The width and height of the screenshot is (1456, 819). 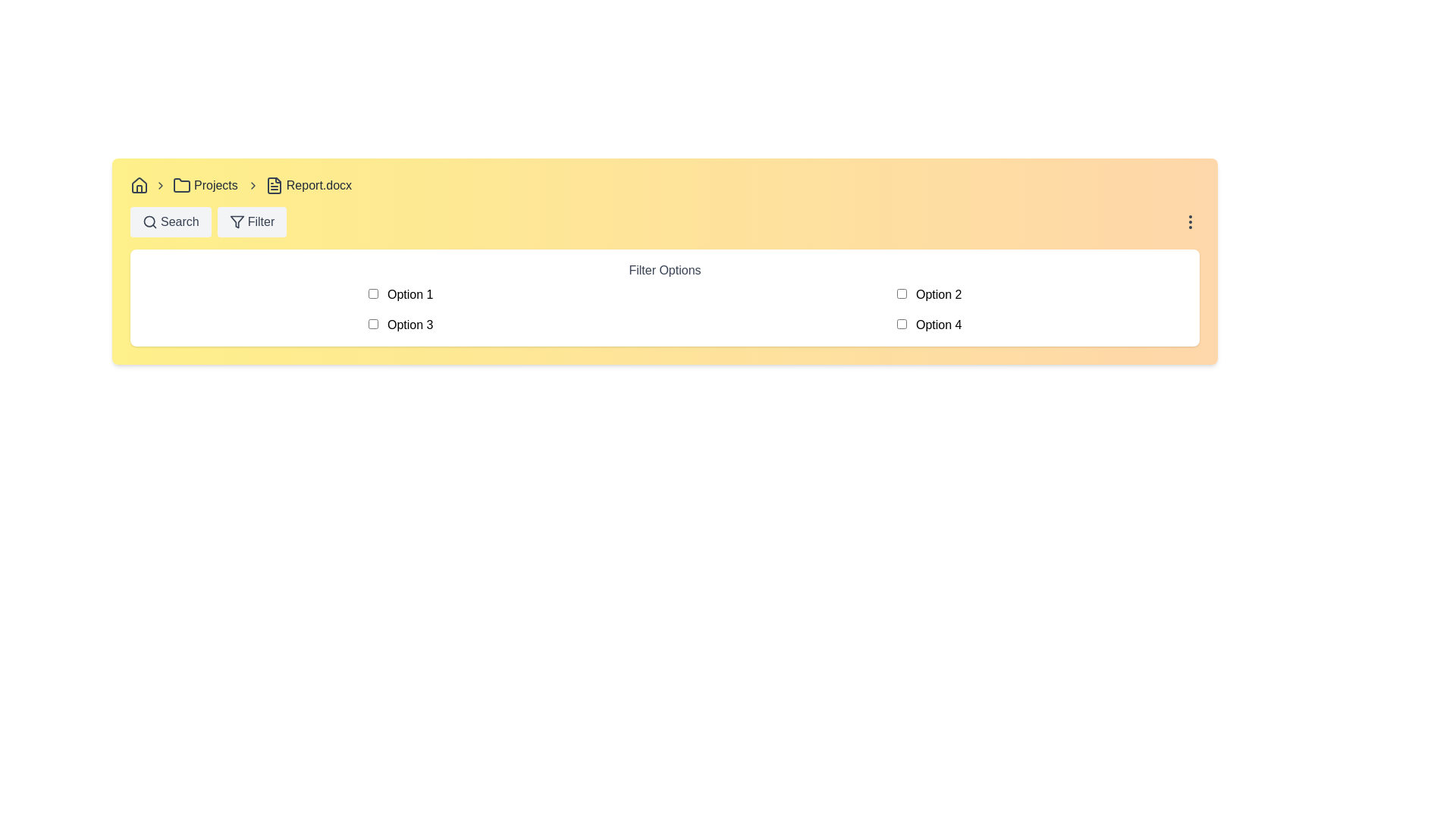 I want to click on the right-pointing arrow icon that serves as a breadcrumb separator in the navigation bar, positioned between 'Projects' and 'Report.docx', so click(x=253, y=185).